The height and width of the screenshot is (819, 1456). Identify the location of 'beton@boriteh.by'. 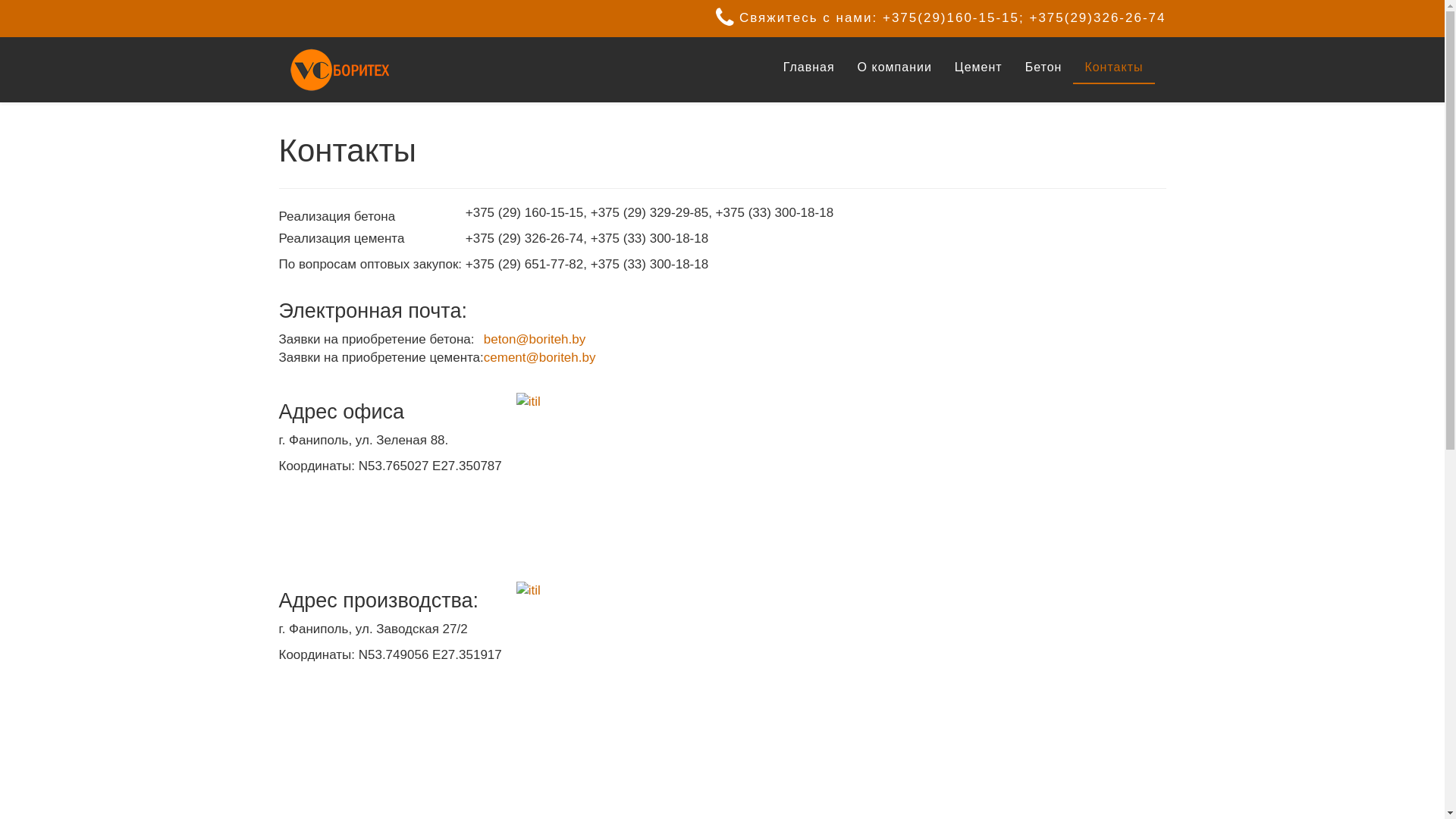
(535, 338).